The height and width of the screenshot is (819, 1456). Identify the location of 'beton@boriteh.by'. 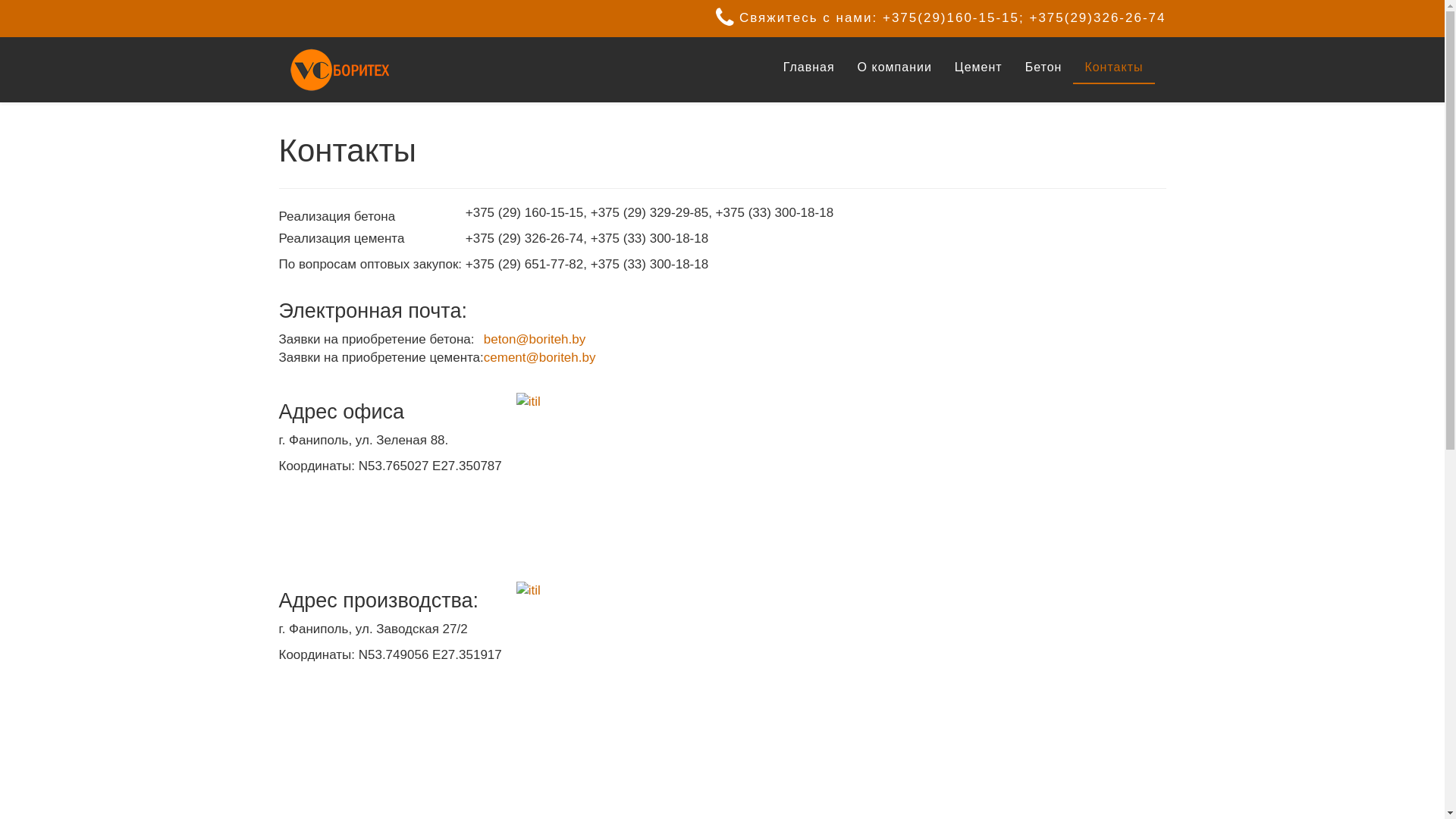
(535, 338).